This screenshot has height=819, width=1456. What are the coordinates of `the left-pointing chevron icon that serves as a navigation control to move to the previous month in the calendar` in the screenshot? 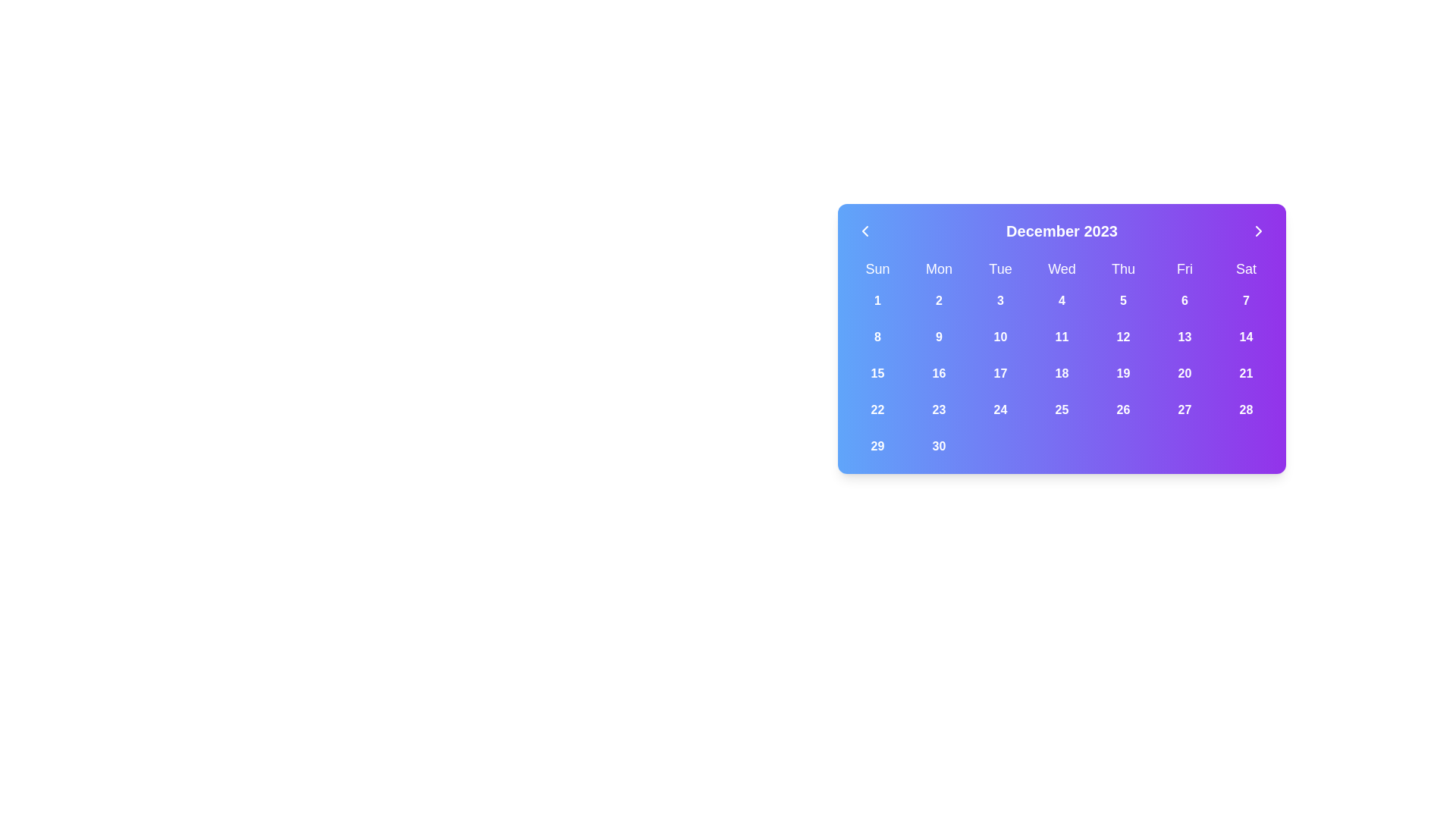 It's located at (865, 231).